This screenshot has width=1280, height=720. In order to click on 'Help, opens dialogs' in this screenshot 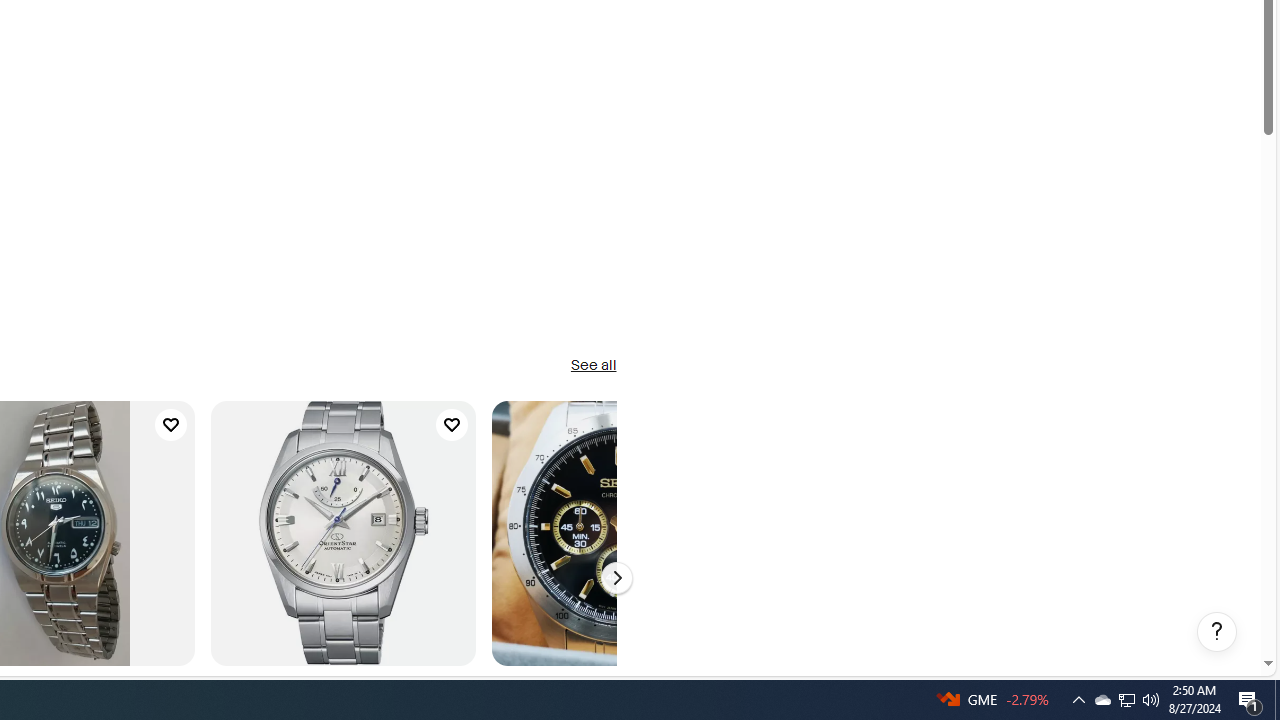, I will do `click(1216, 632)`.